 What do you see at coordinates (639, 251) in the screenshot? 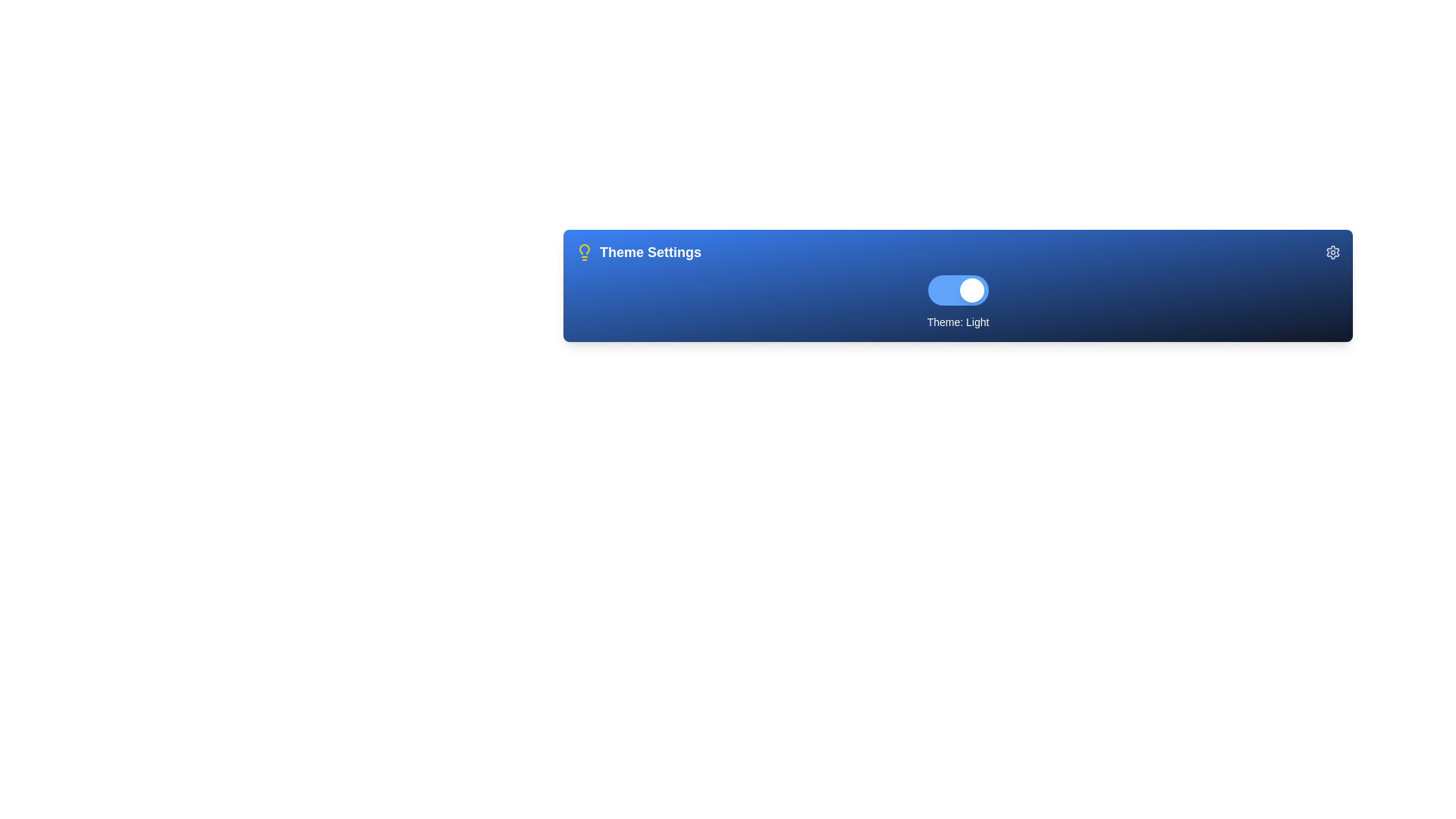
I see `the label that indicates the theme customization settings, located to the left of the toggle switch labeled 'Theme: Light'` at bounding box center [639, 251].